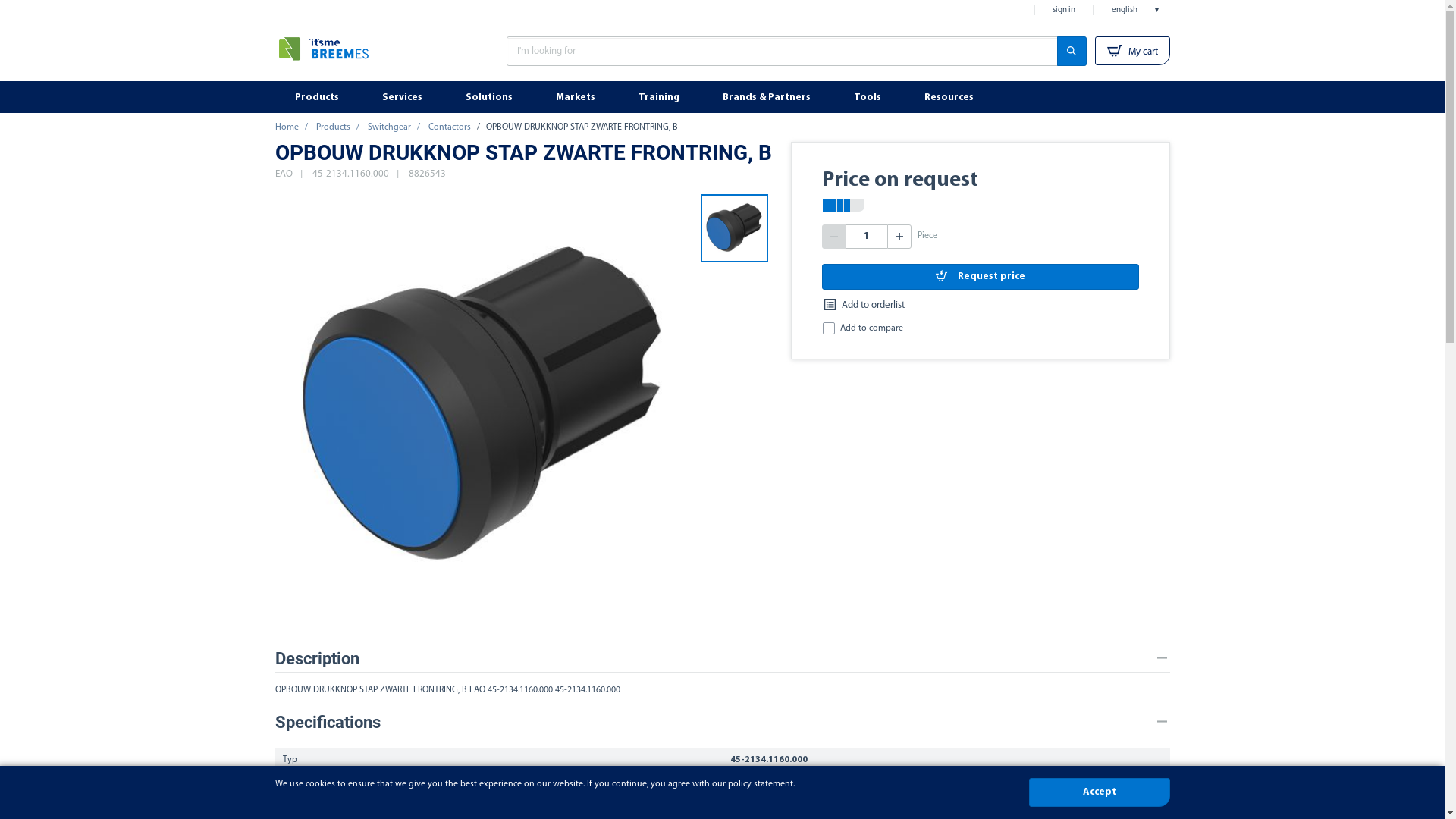 The image size is (1456, 819). Describe the element at coordinates (949, 96) in the screenshot. I see `'Resources'` at that location.